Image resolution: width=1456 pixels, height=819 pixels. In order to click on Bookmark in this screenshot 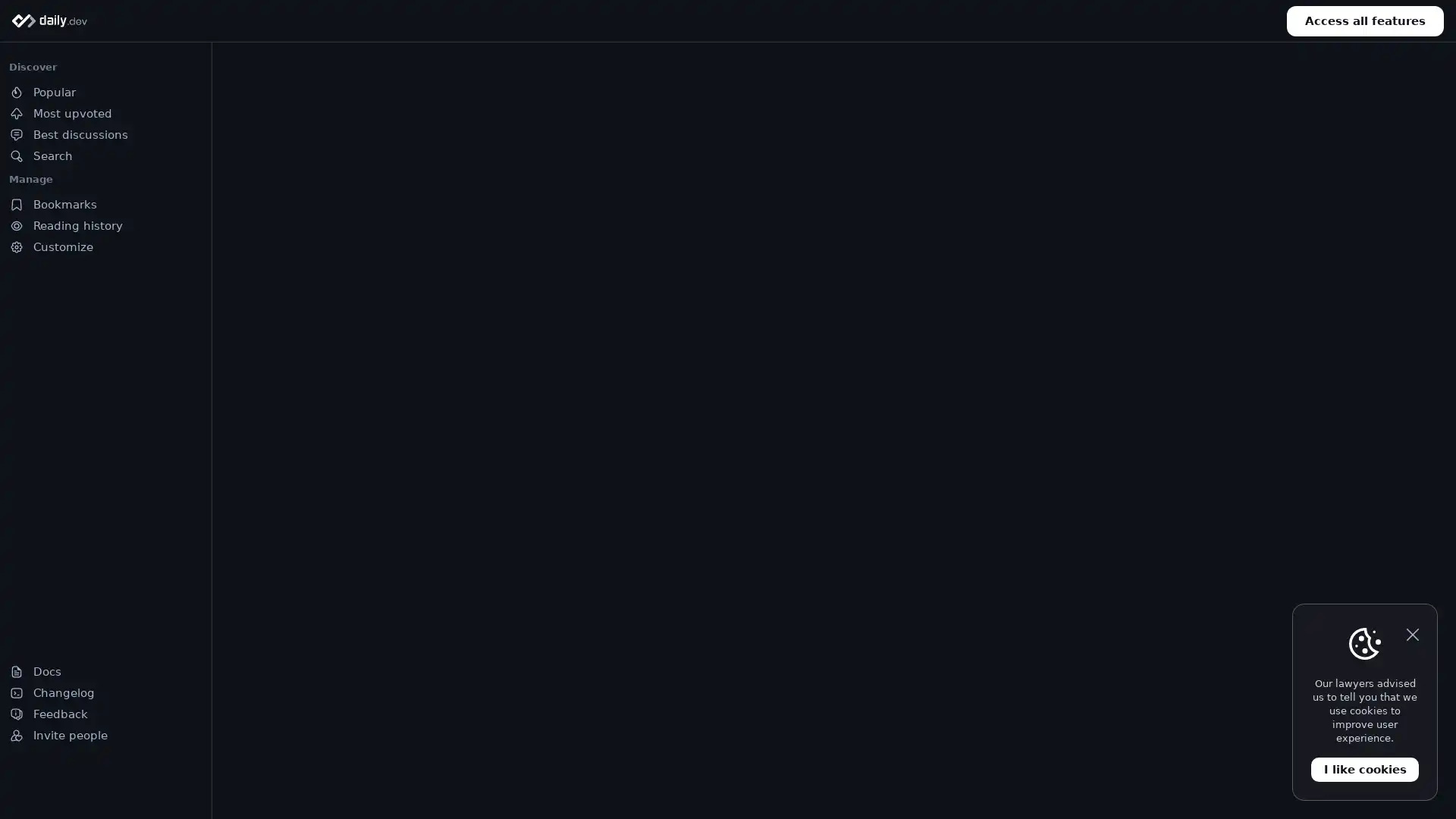, I will do `click(1054, 424)`.